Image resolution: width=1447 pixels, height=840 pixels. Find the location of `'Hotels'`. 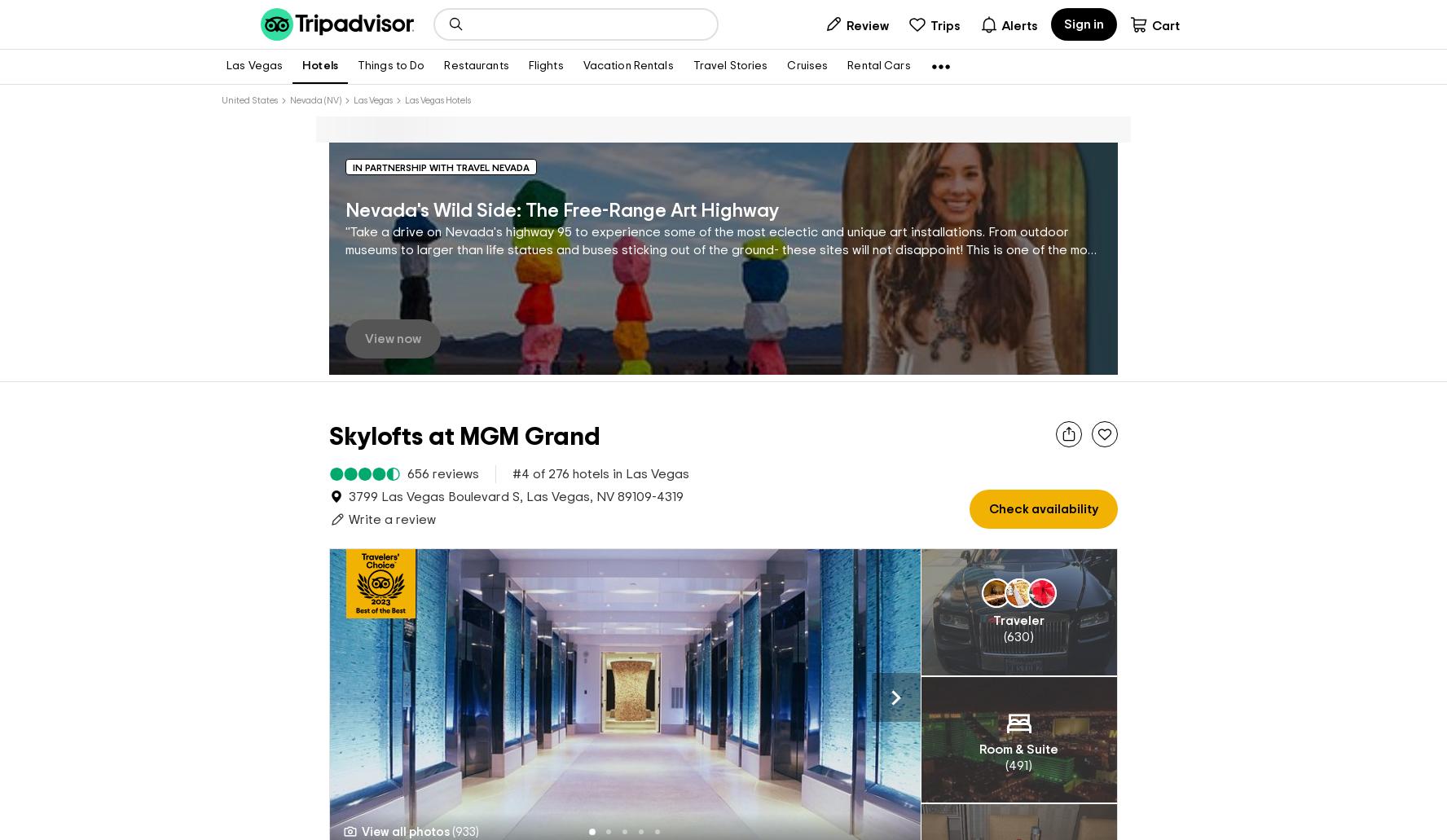

'Hotels' is located at coordinates (319, 66).